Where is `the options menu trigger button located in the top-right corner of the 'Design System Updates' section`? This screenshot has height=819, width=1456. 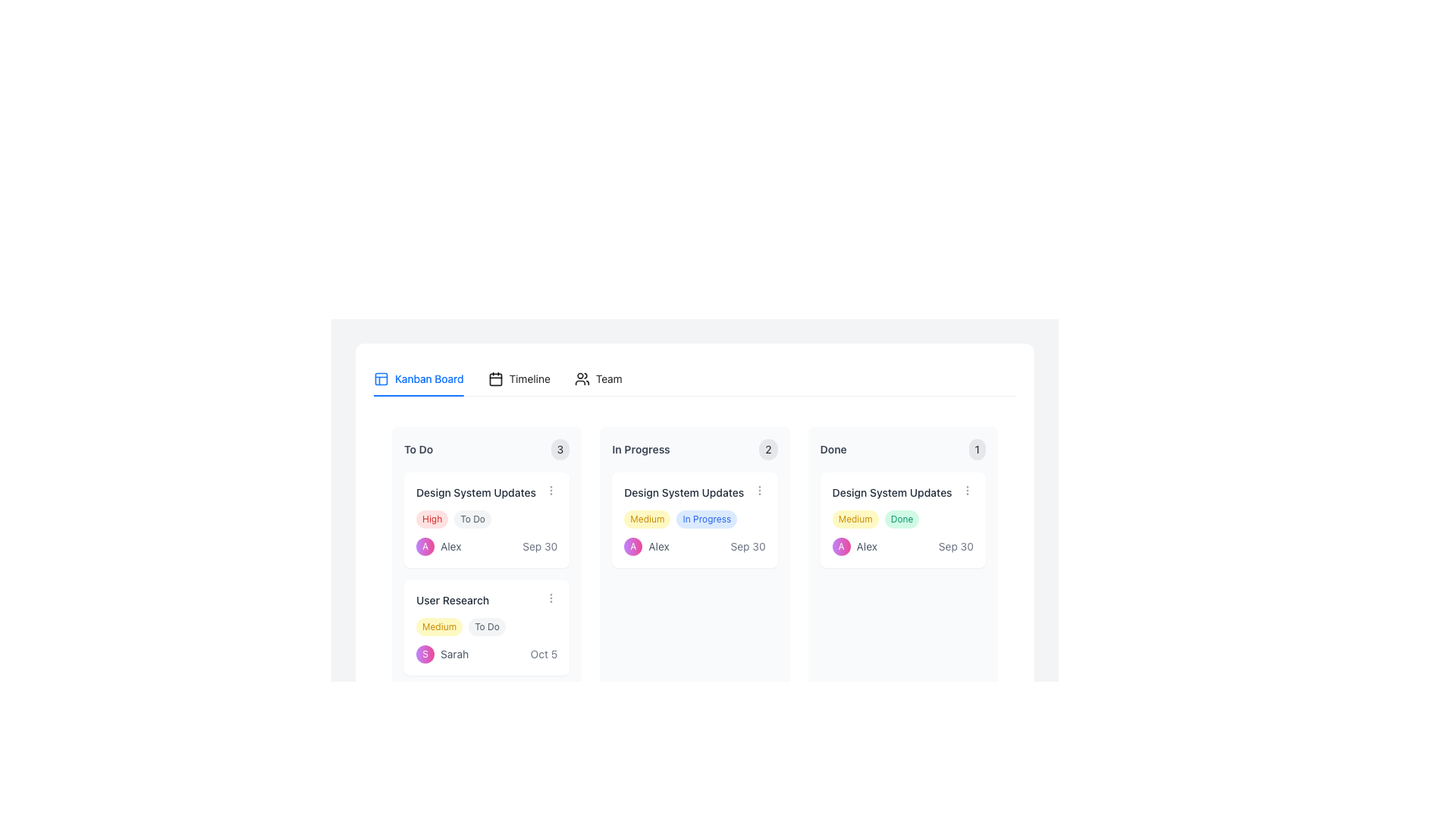
the options menu trigger button located in the top-right corner of the 'Design System Updates' section is located at coordinates (967, 491).